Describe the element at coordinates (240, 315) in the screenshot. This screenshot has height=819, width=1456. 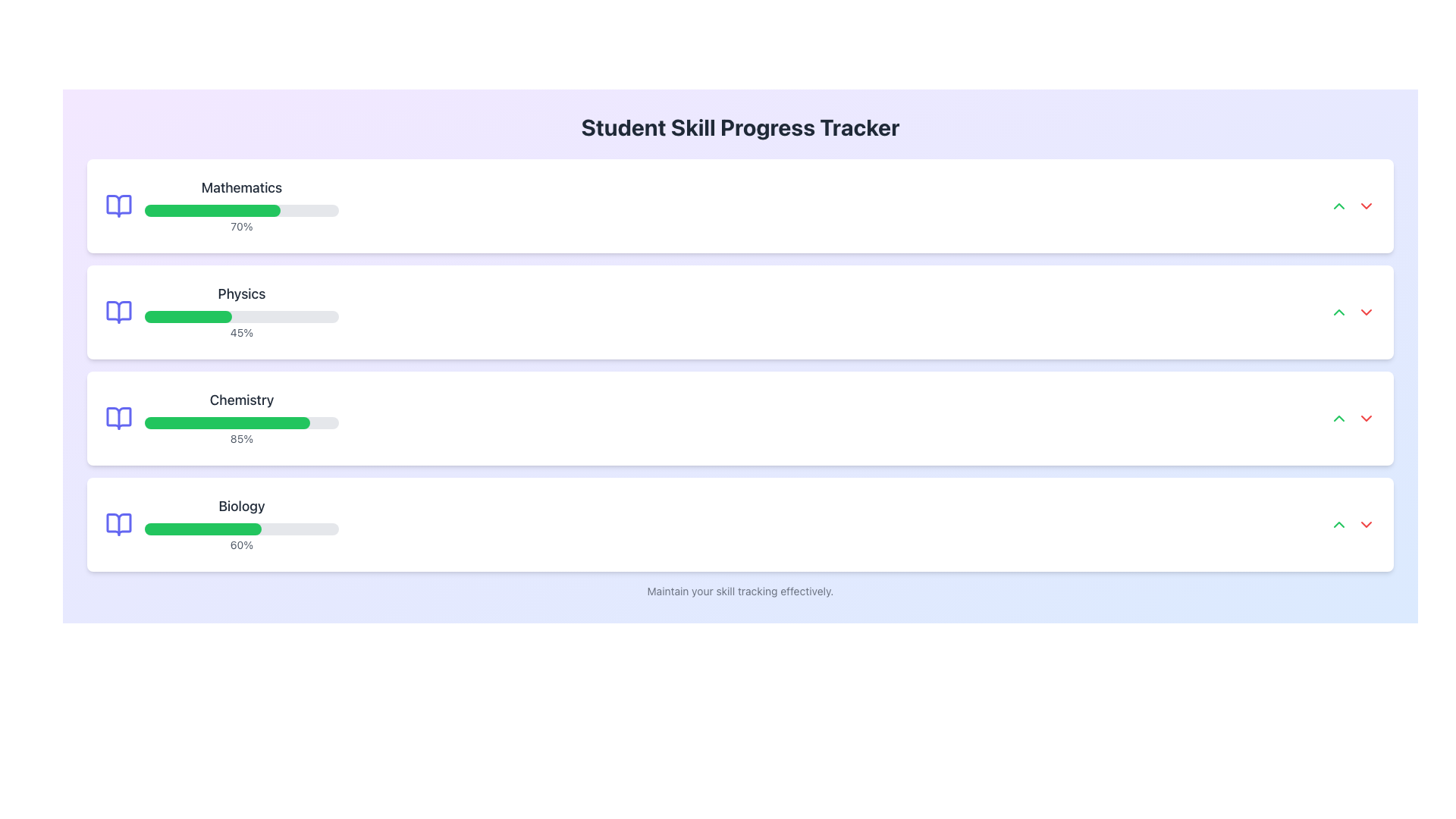
I see `the horizontal progress bar located below the bold text labeled 'Physics' and above the text '45%', which is filled to 45% with a green segment` at that location.